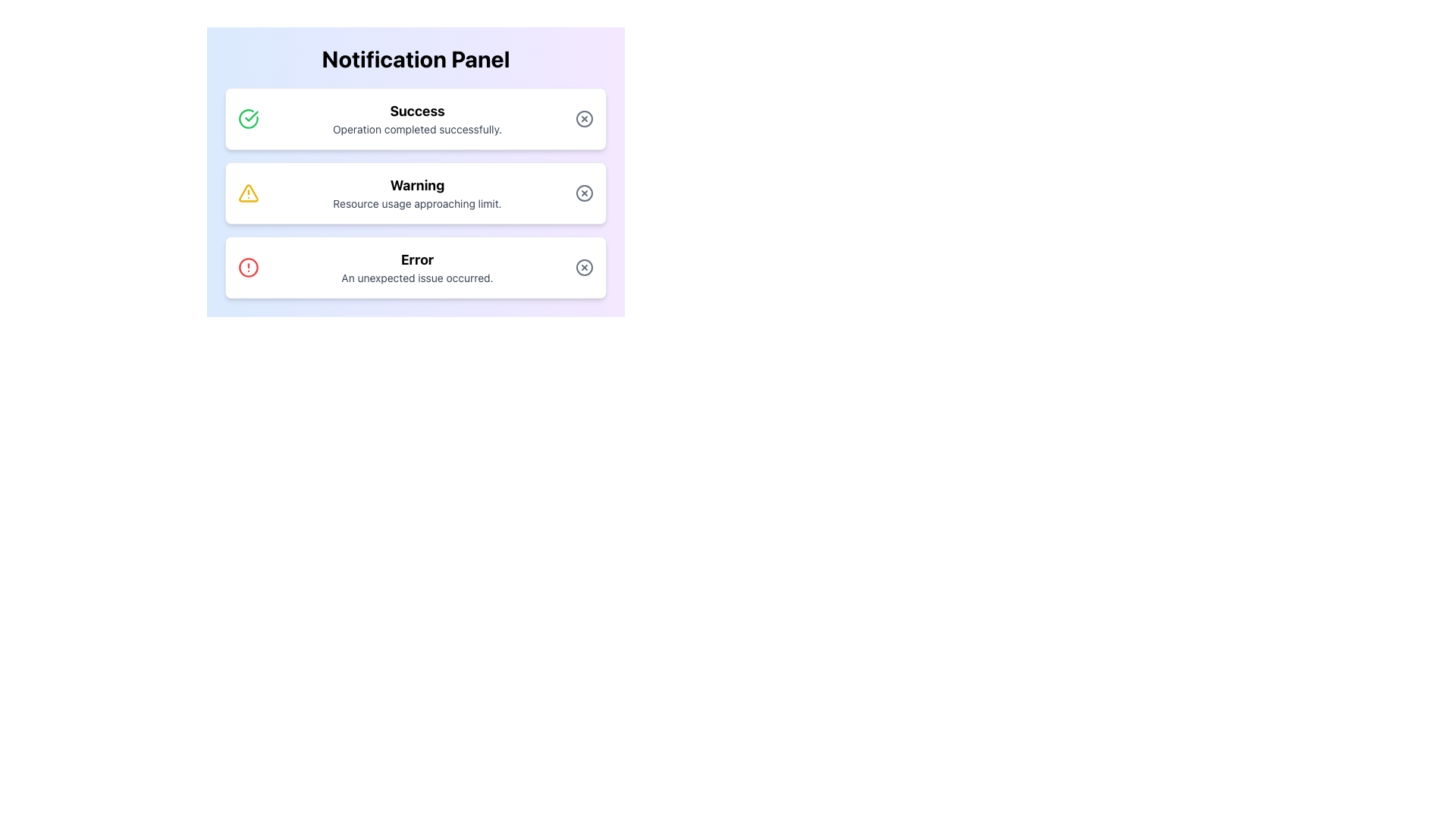 This screenshot has height=819, width=1456. I want to click on text content of the 'Notification Panel' title displayed in large, bold font at the top center of the panel with a gradient background, so click(416, 58).